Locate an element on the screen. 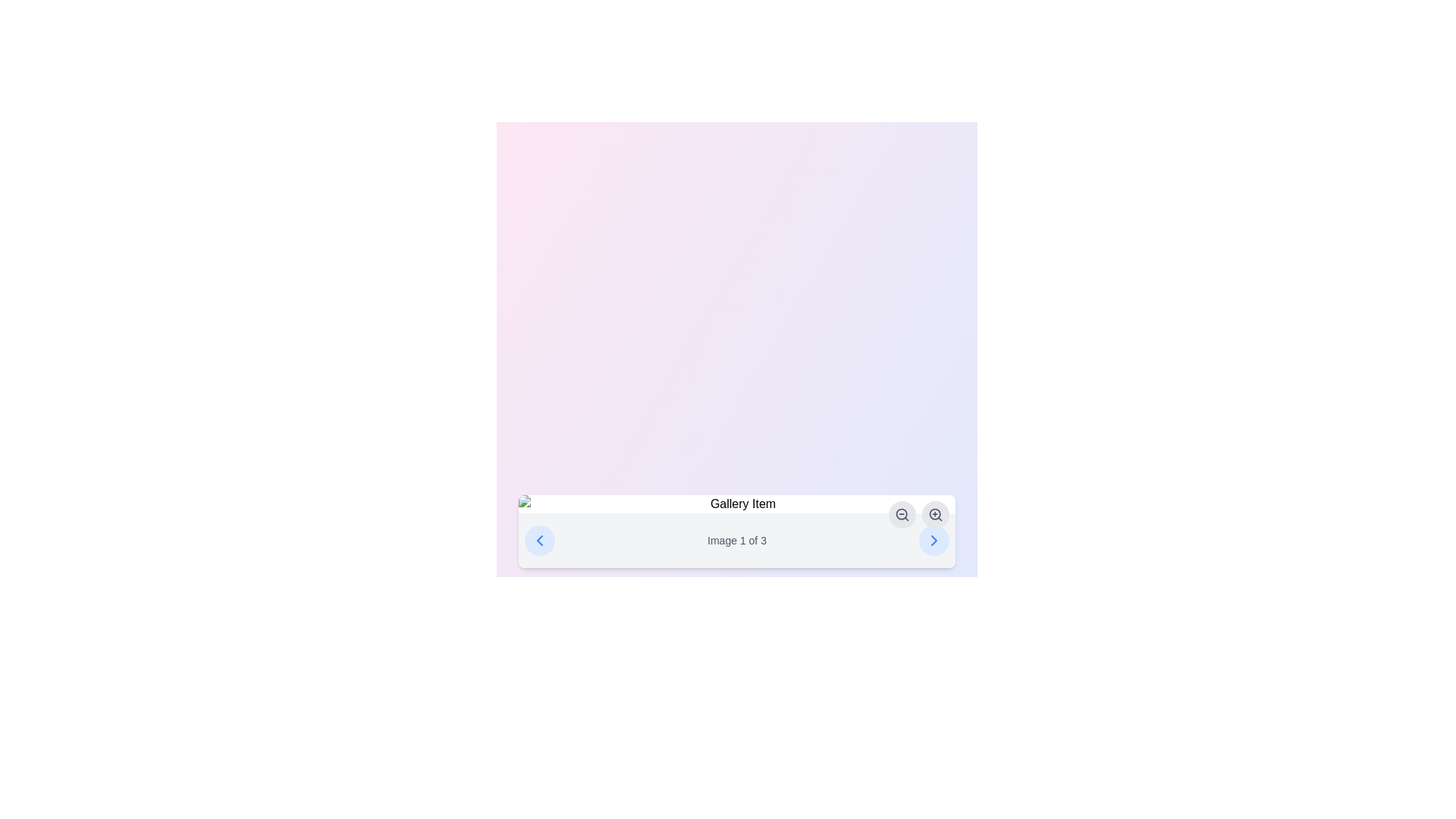 This screenshot has height=819, width=1456. the blue rightwards chevron SVG icon inside the circular button located at the bottom right side of the interface is located at coordinates (934, 540).